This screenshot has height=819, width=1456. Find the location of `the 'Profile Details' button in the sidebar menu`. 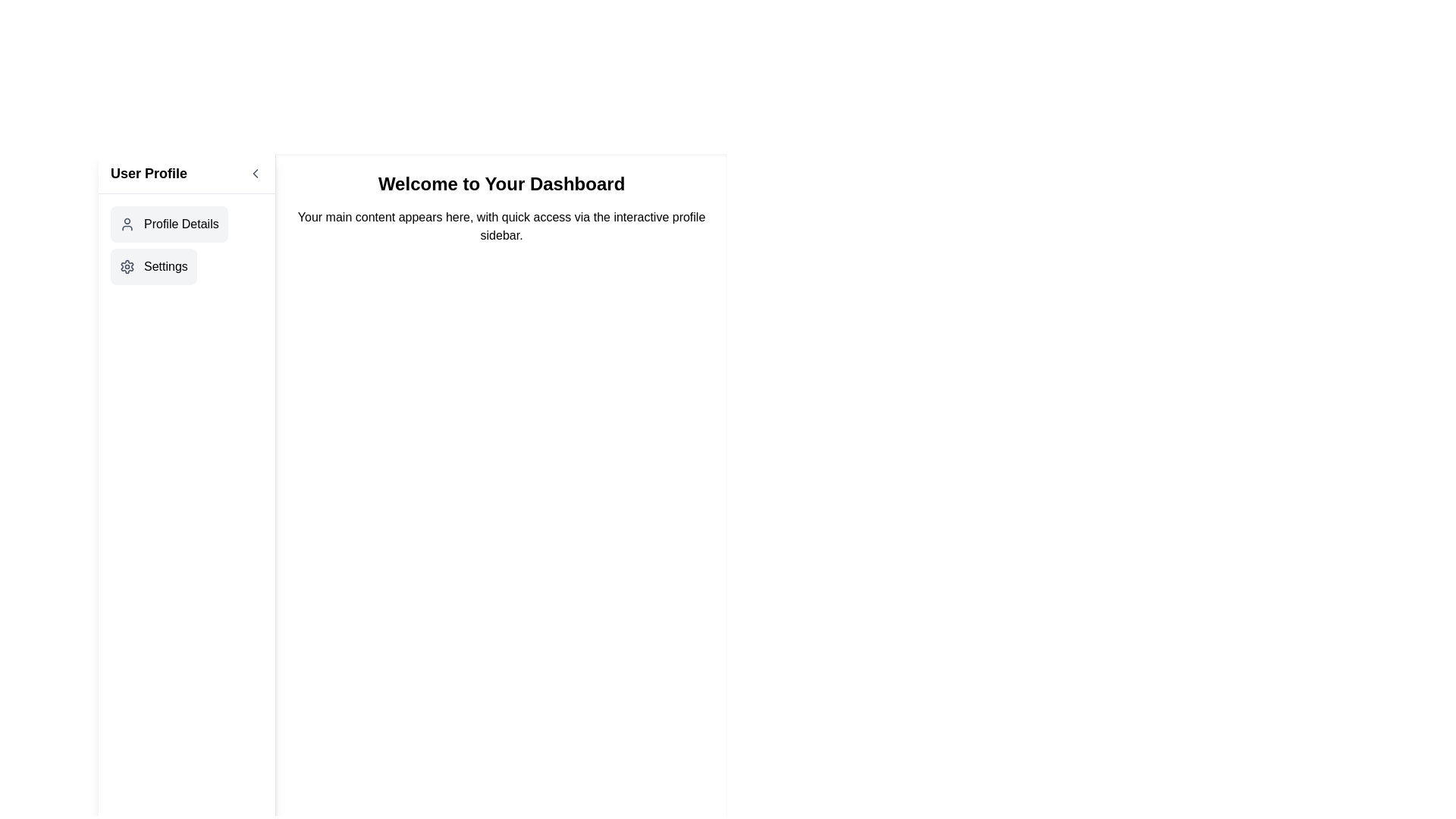

the 'Profile Details' button in the sidebar menu is located at coordinates (169, 224).